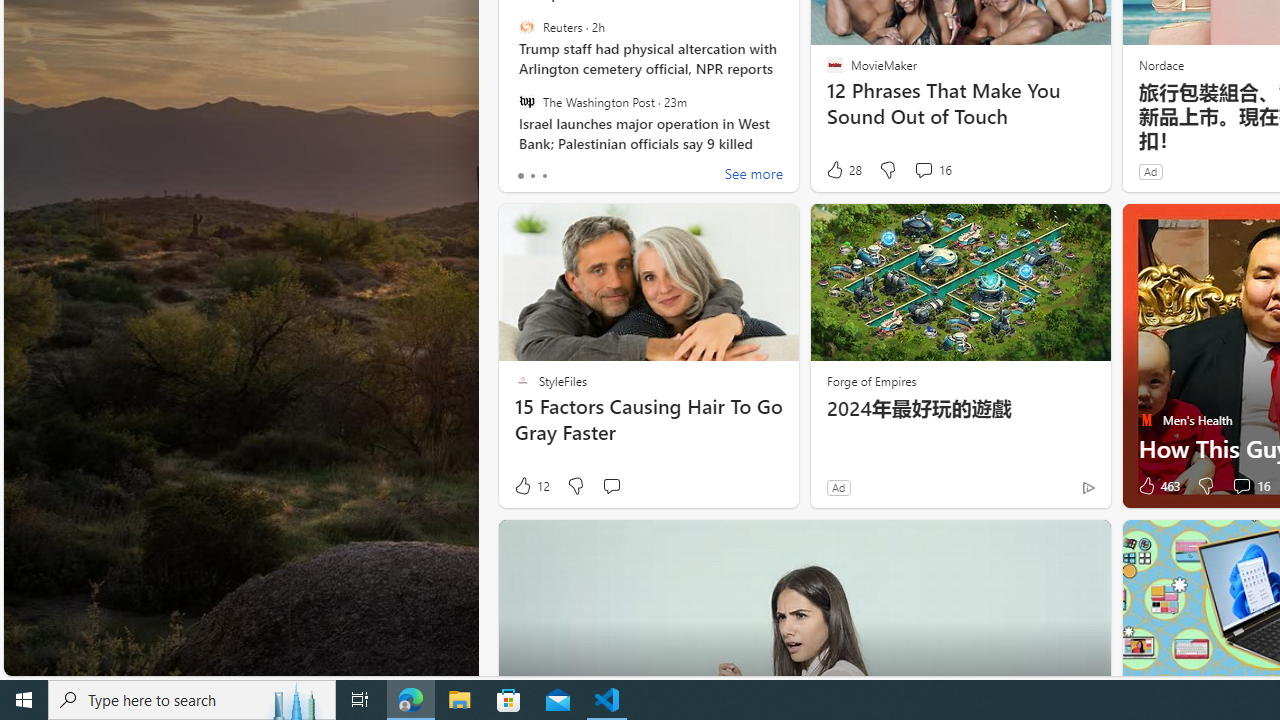  What do you see at coordinates (526, 27) in the screenshot?
I see `'Reuters'` at bounding box center [526, 27].